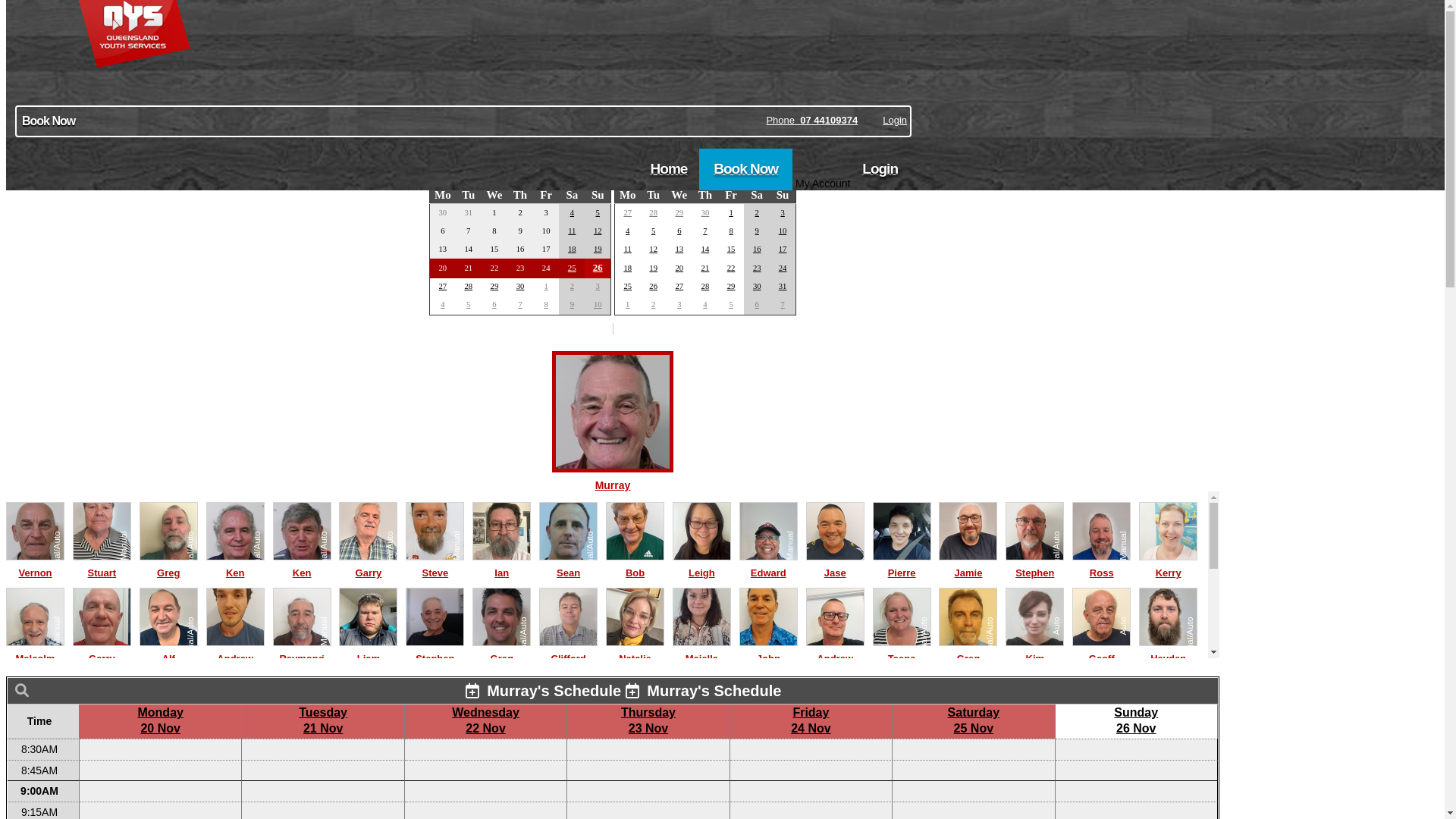 The width and height of the screenshot is (1456, 819). I want to click on 'Liam', so click(368, 650).